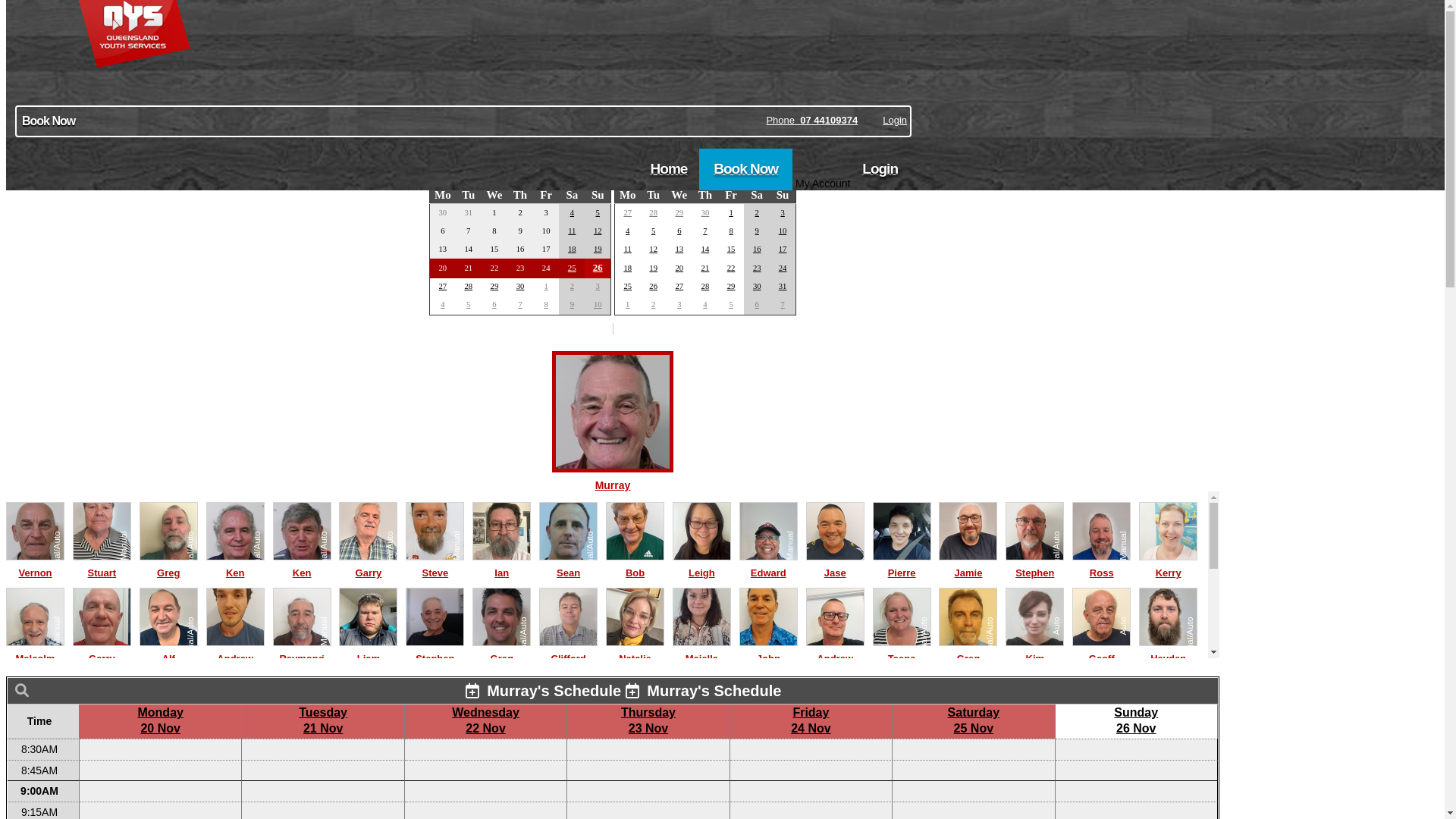 The width and height of the screenshot is (1456, 819). I want to click on 'Liam', so click(368, 650).